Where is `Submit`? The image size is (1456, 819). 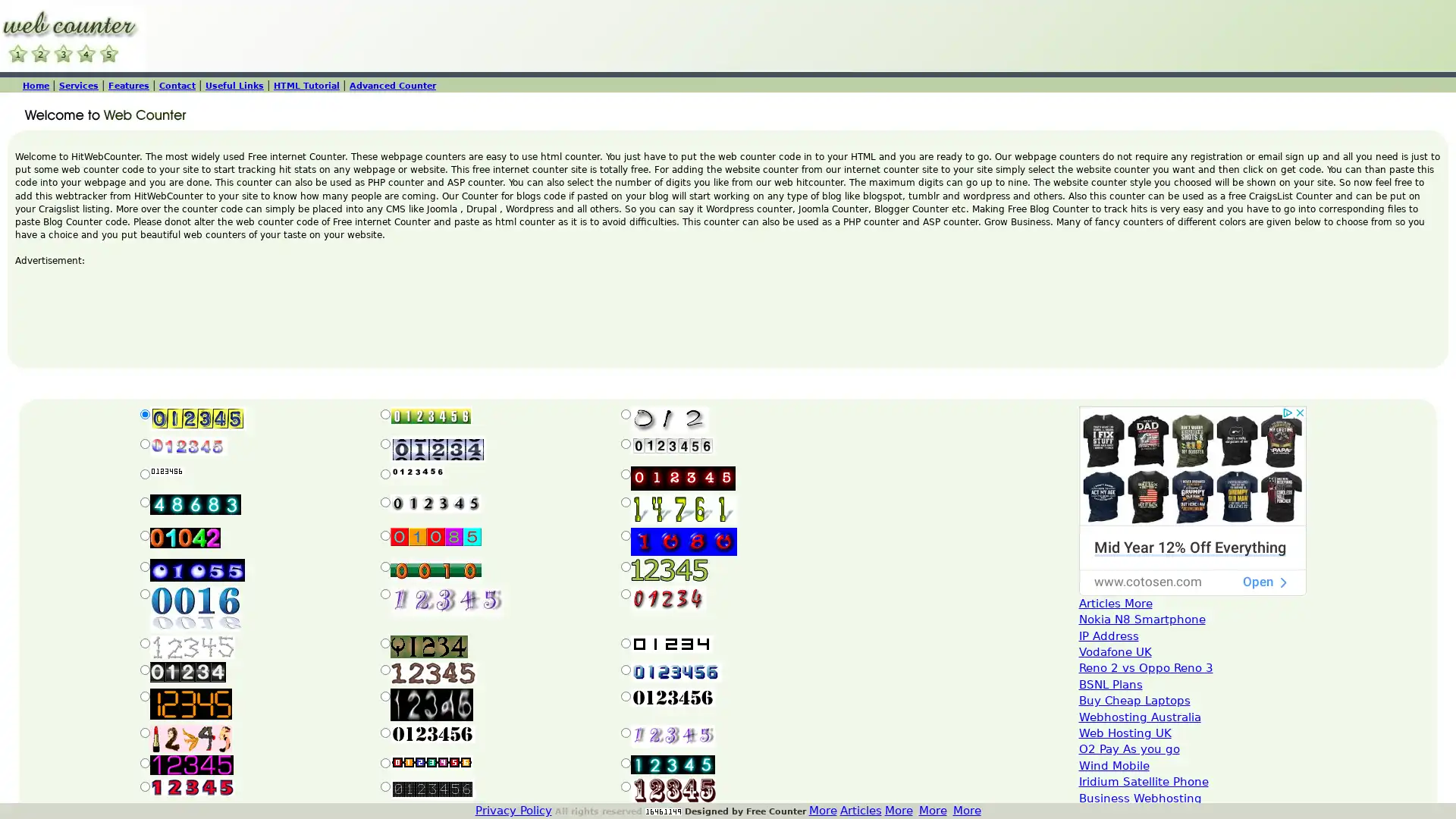 Submit is located at coordinates (190, 736).